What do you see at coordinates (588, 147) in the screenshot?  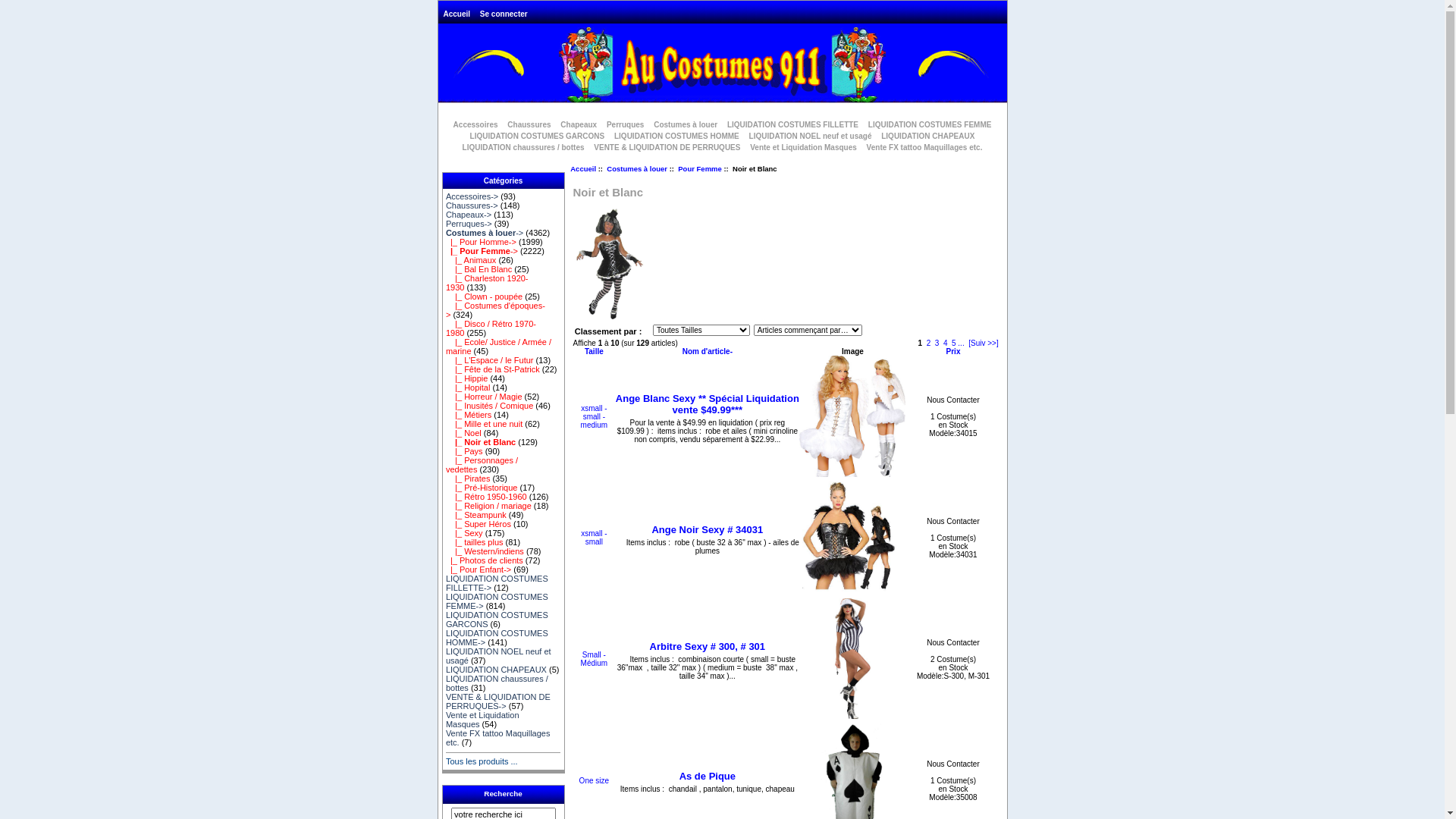 I see `'VENTE & LIQUIDATION DE PERRUQUES'` at bounding box center [588, 147].